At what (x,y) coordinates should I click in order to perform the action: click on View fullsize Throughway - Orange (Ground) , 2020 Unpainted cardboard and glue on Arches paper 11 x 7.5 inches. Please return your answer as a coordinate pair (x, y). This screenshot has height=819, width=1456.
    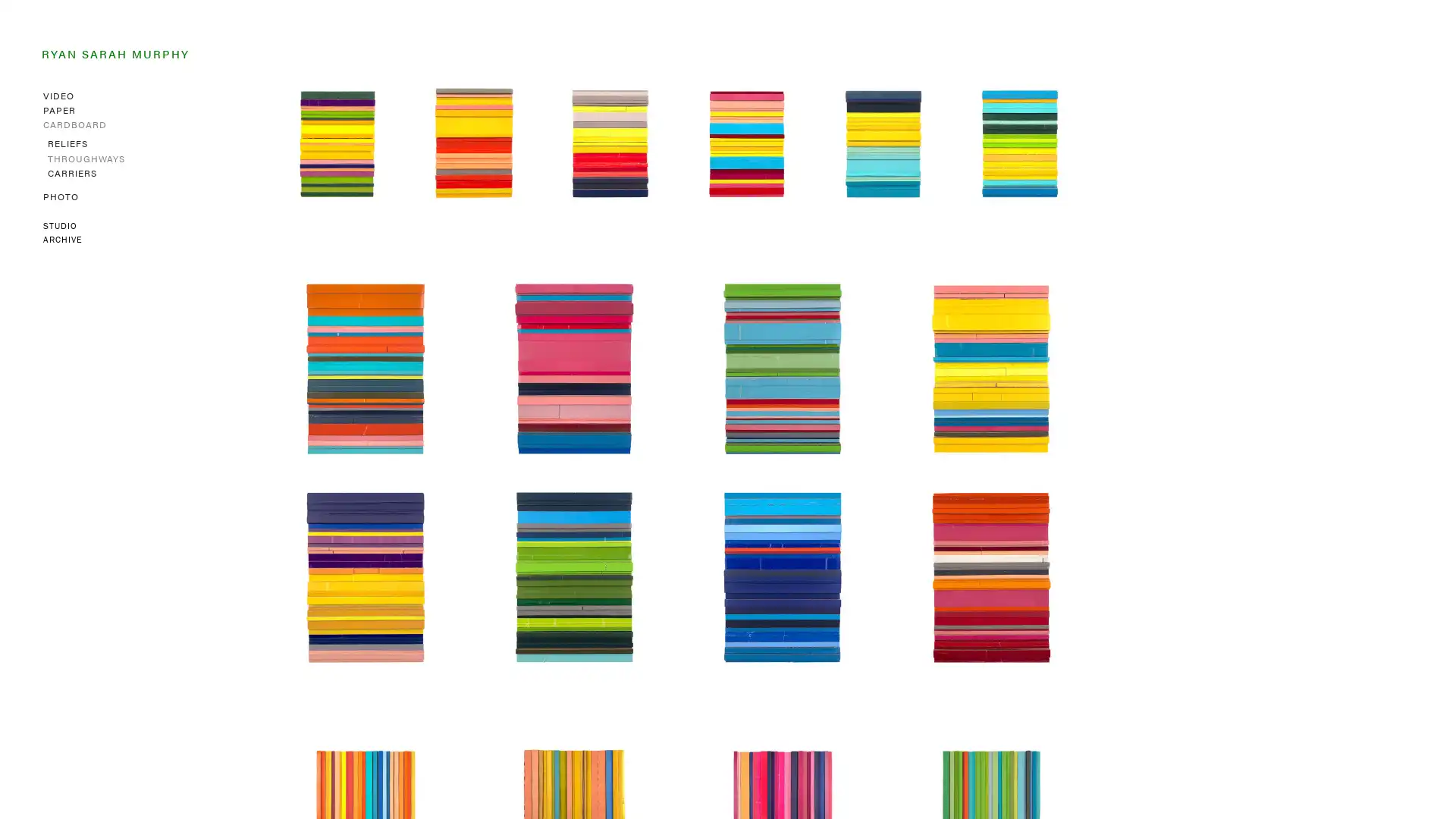
    Looking at the image, I should click on (366, 369).